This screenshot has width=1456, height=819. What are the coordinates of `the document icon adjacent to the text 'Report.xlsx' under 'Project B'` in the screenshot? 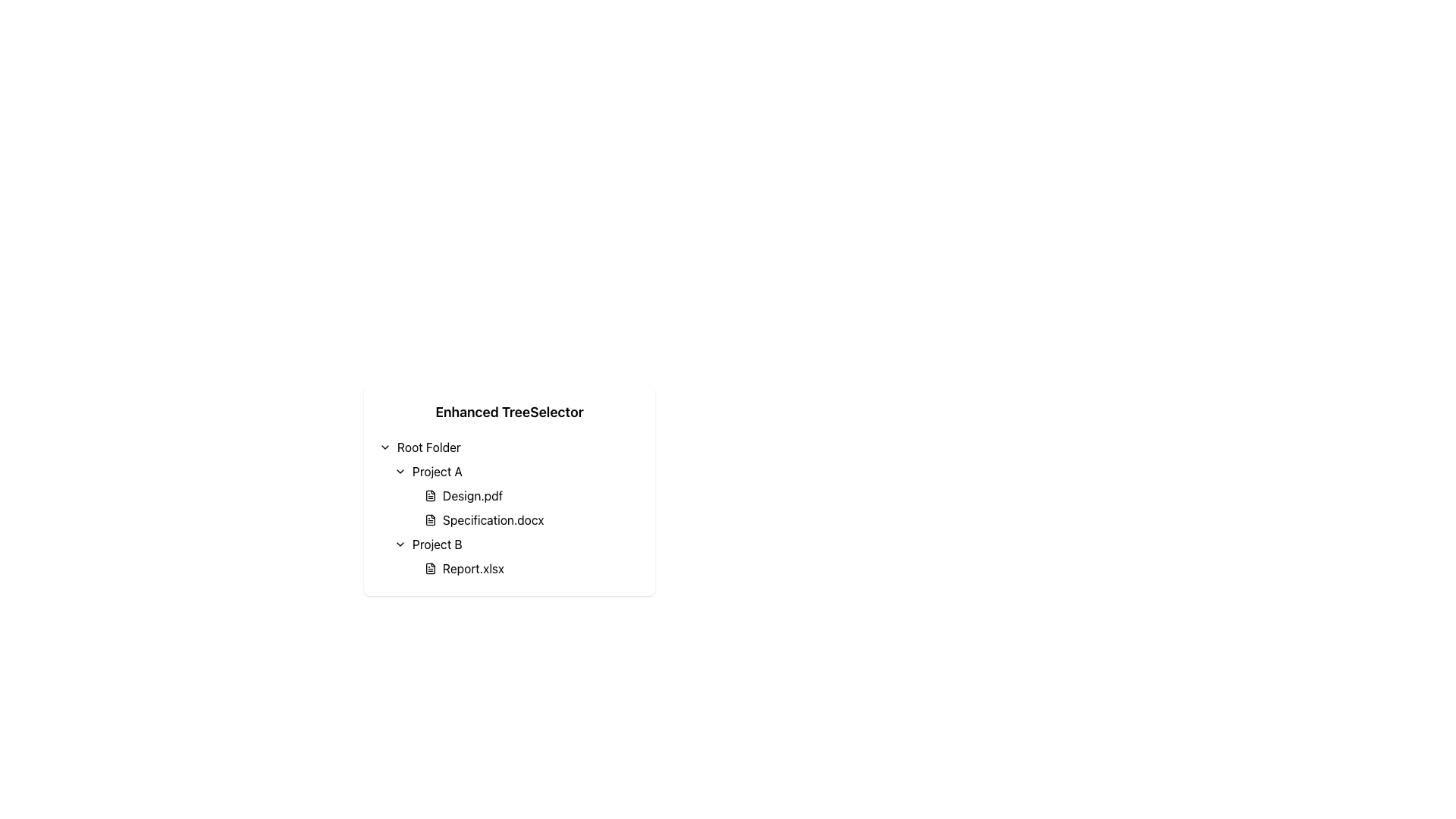 It's located at (429, 568).